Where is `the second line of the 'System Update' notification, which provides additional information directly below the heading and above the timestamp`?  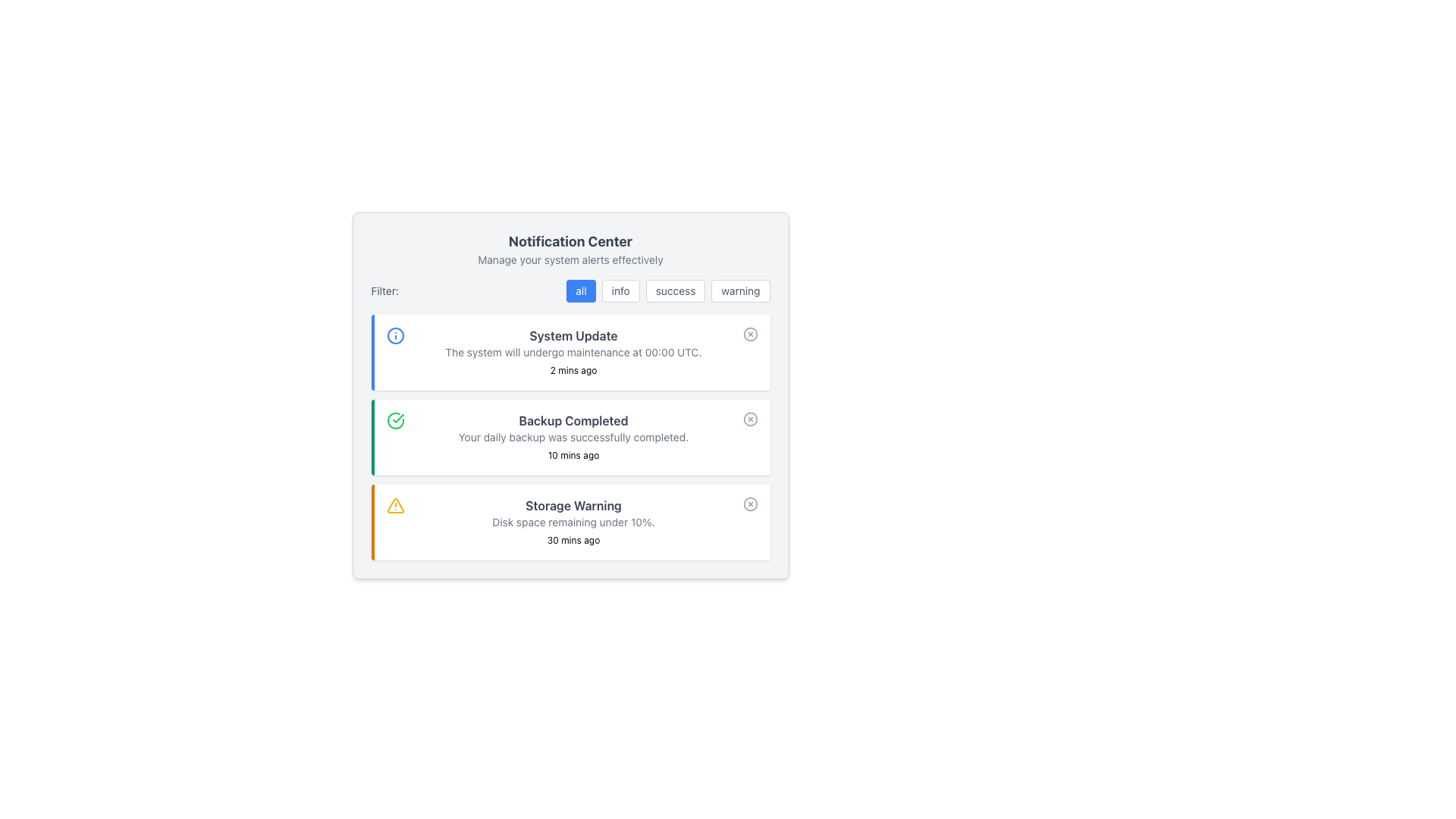
the second line of the 'System Update' notification, which provides additional information directly below the heading and above the timestamp is located at coordinates (573, 353).